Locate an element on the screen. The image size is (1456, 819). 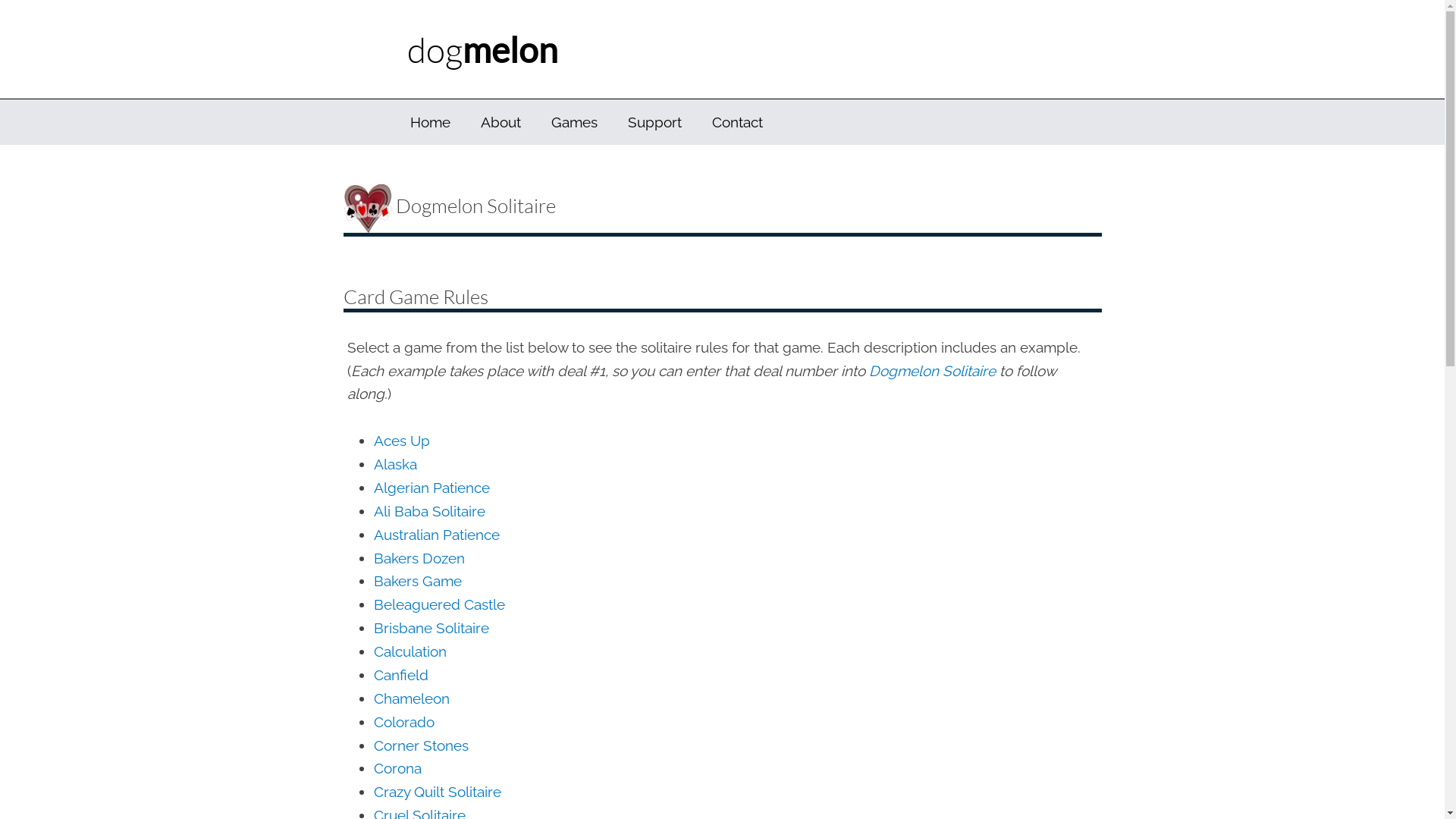
'Games' is located at coordinates (573, 121).